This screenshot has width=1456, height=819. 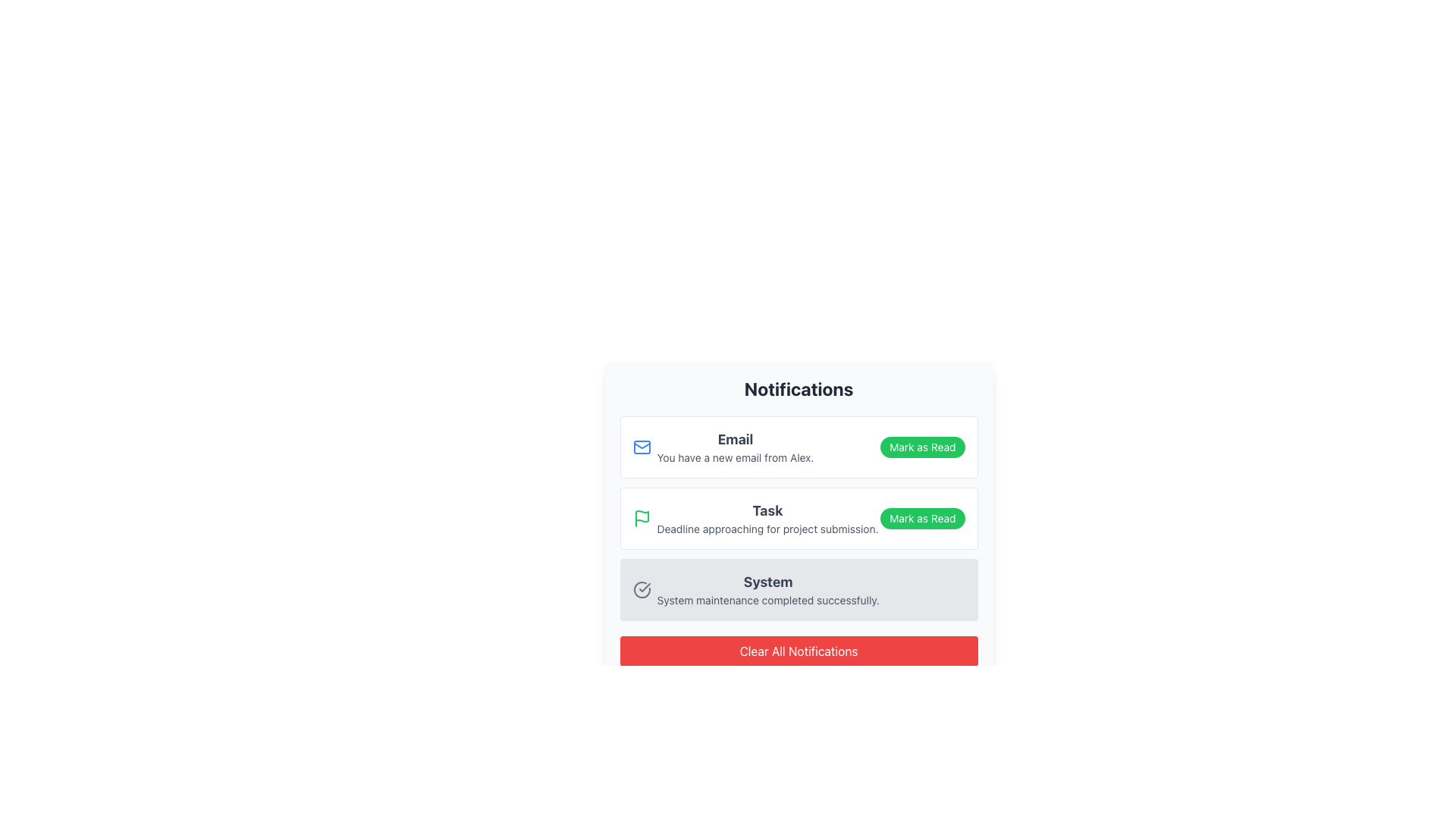 What do you see at coordinates (735, 447) in the screenshot?
I see `notification text block displaying a recent email alert from Alex, located in the notification pane below the title bar labeled 'Notifications' and above the 'Task' notification` at bounding box center [735, 447].